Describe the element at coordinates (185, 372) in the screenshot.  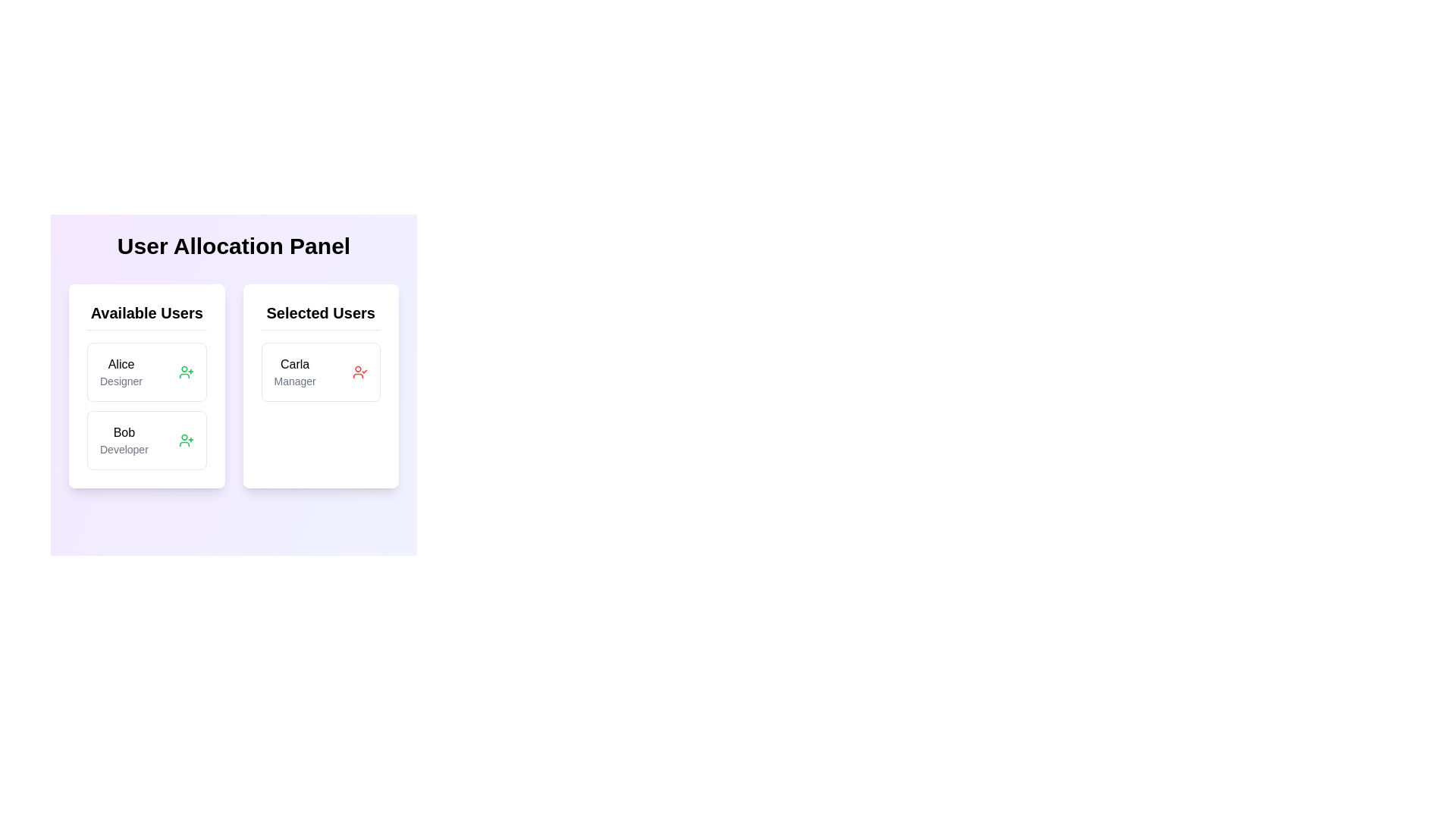
I see `the interactive icon button represented by an outlined user figure with a '+' sign, located next to 'Alice Designer' in the 'Available Users' section` at that location.